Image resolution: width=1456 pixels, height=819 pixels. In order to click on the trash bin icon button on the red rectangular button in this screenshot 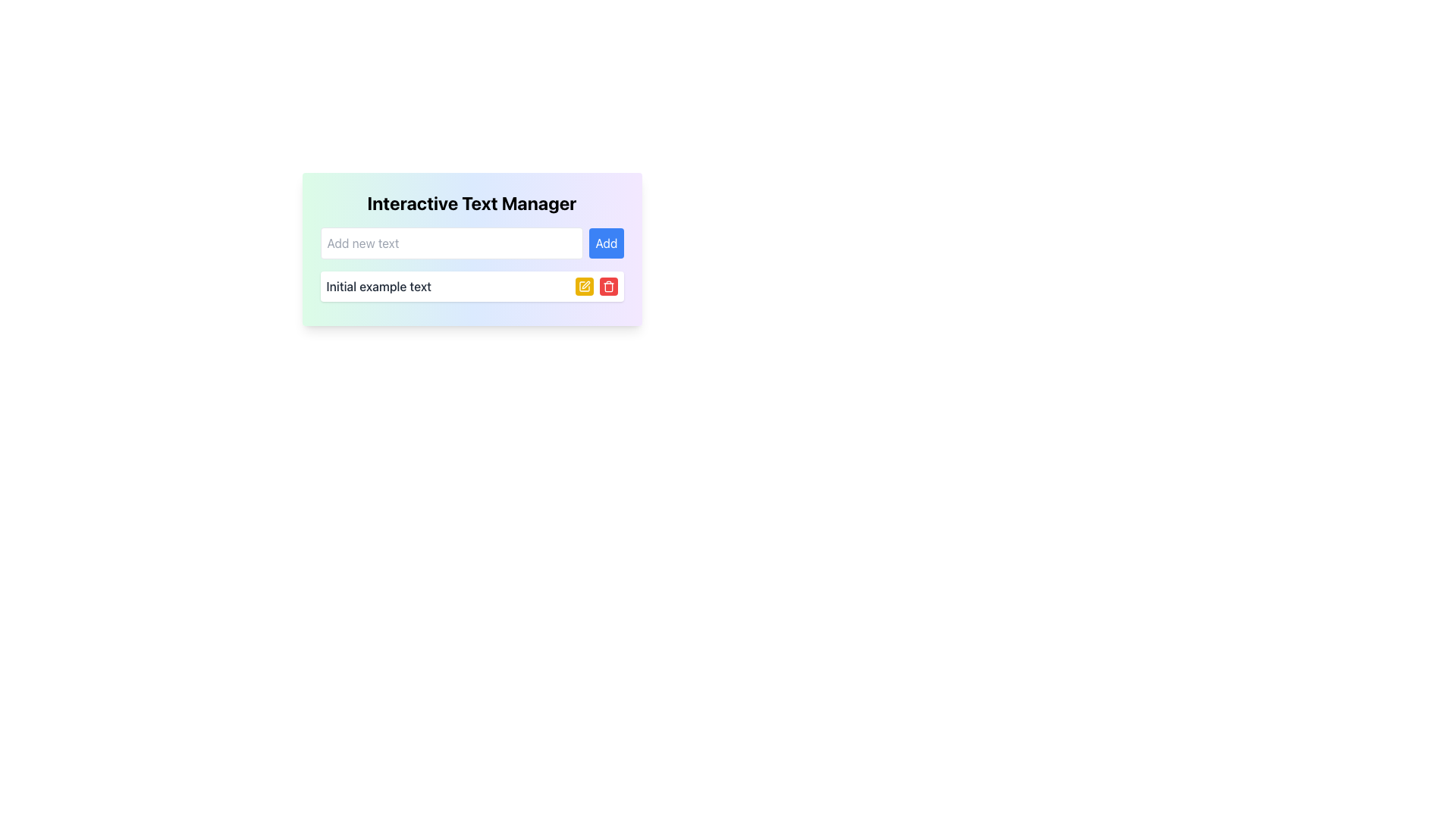, I will do `click(608, 287)`.